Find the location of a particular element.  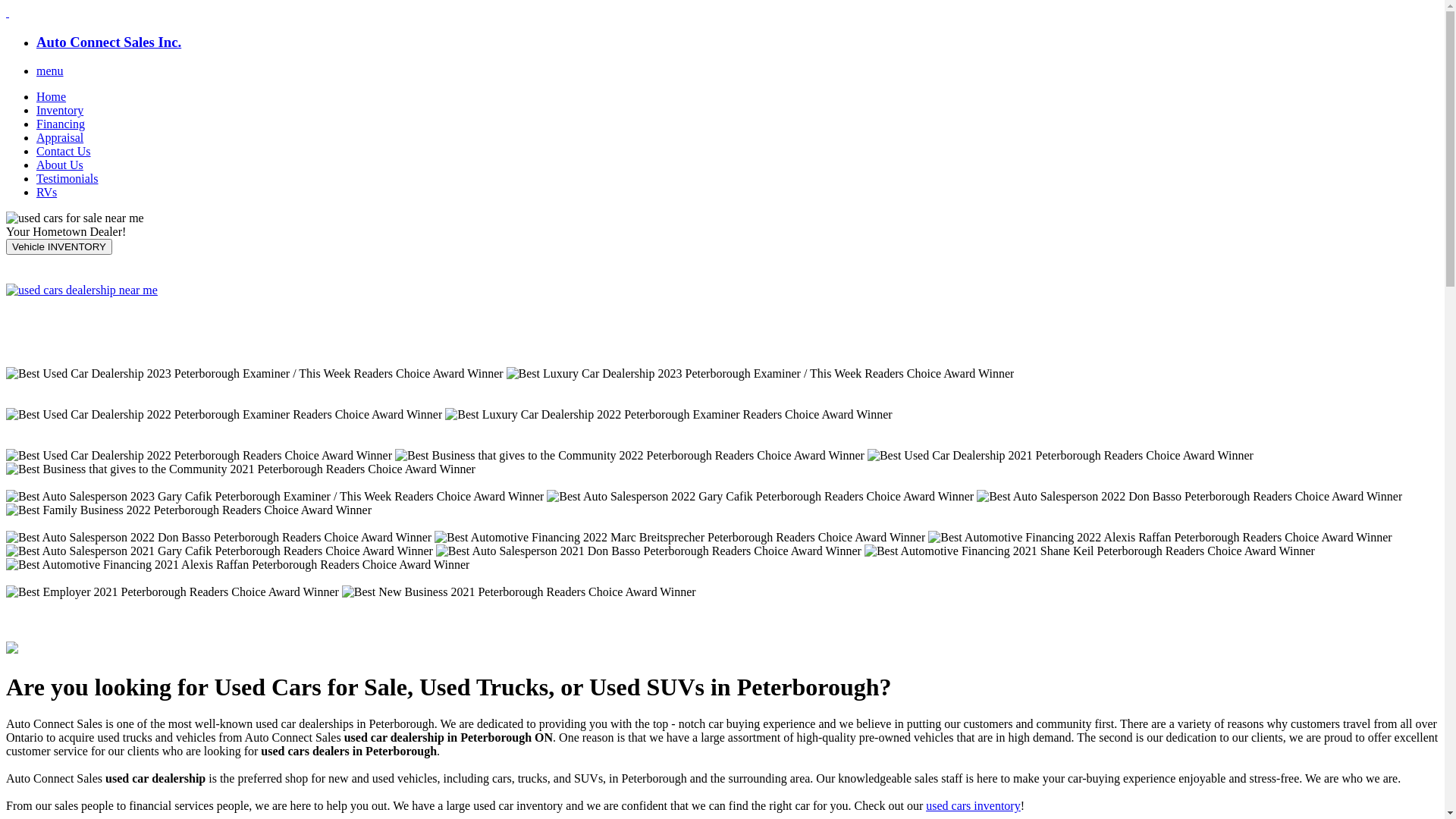

'Vehicle INVENTORY' is located at coordinates (58, 245).